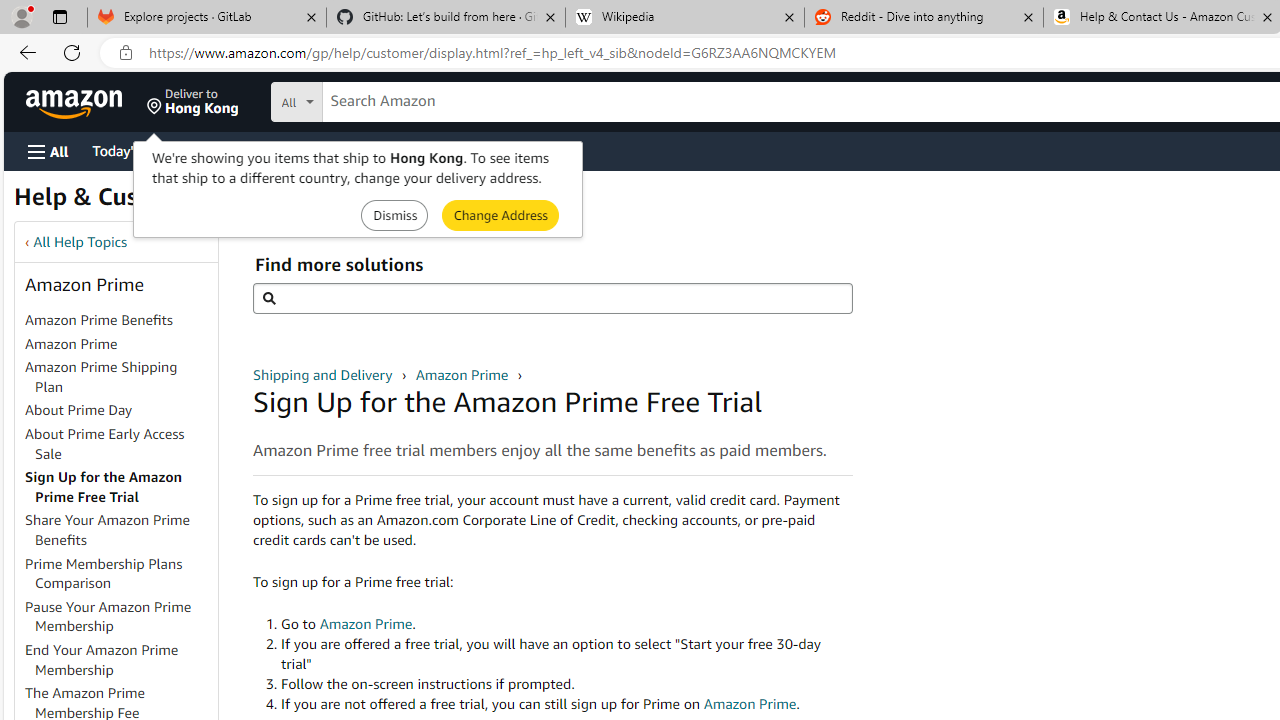 The height and width of the screenshot is (720, 1280). What do you see at coordinates (119, 573) in the screenshot?
I see `'Prime Membership Plans Comparison'` at bounding box center [119, 573].